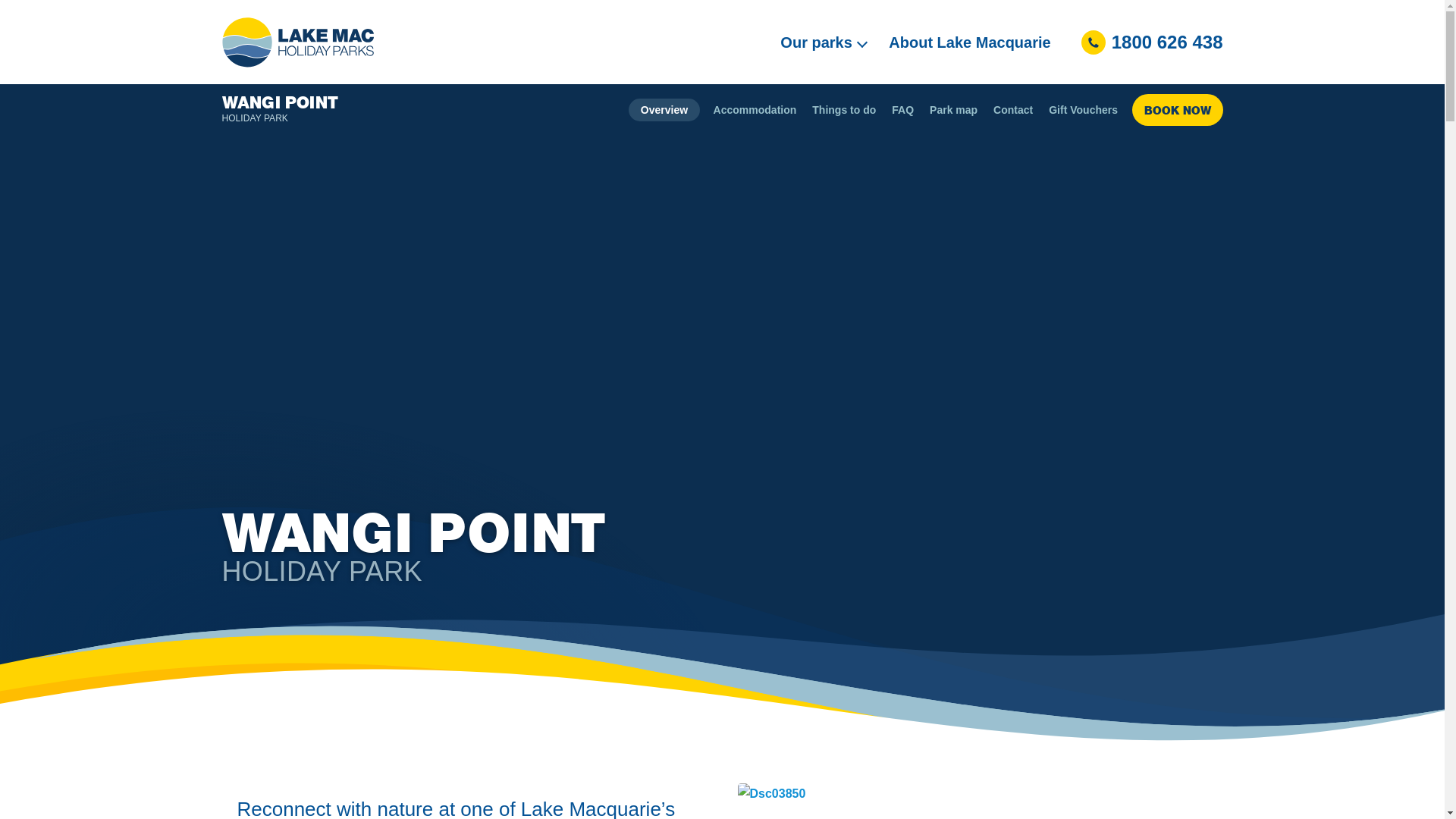 This screenshot has width=1456, height=819. Describe the element at coordinates (843, 109) in the screenshot. I see `'Things to do'` at that location.